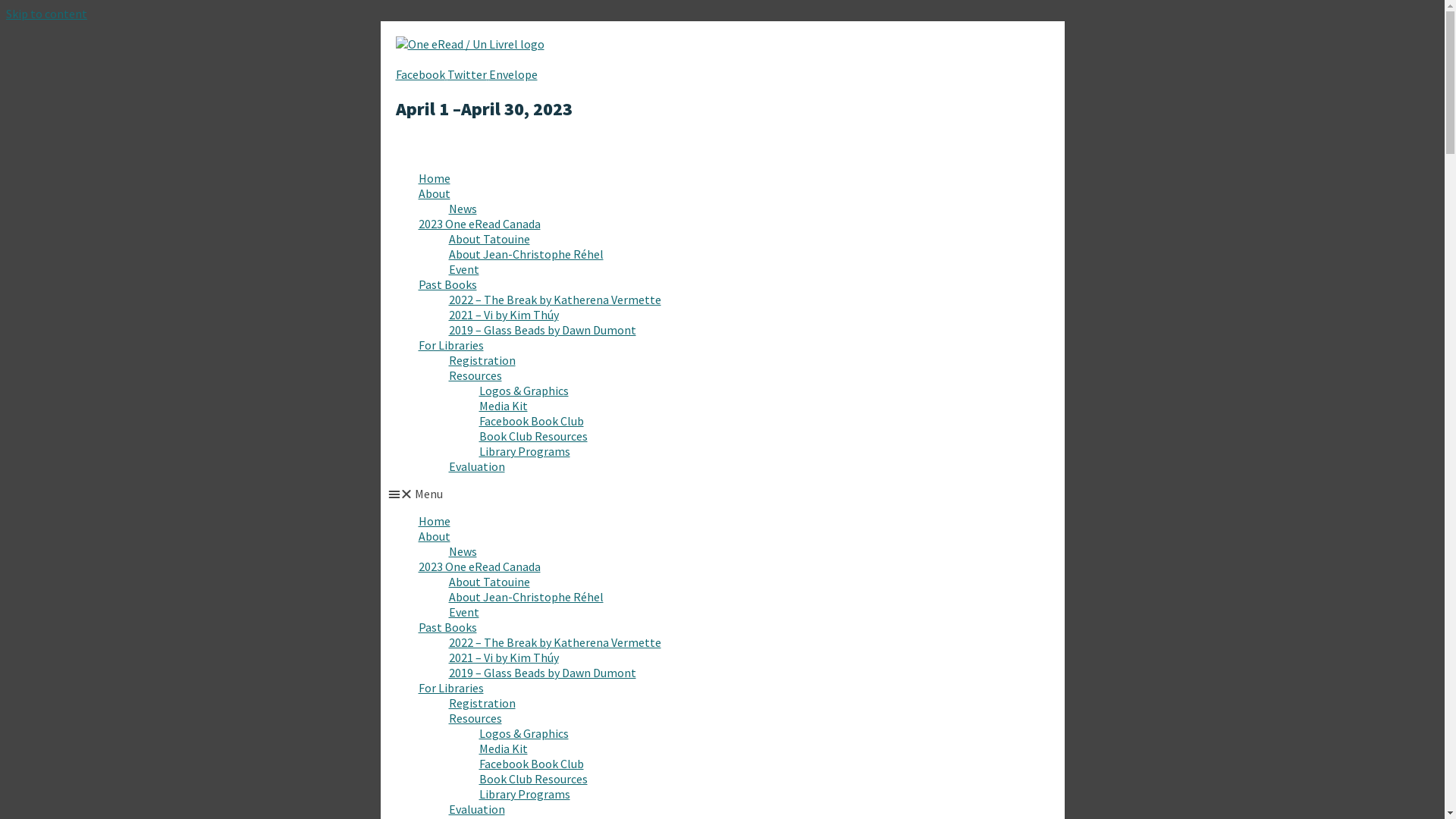 This screenshot has height=819, width=1456. Describe the element at coordinates (489, 239) in the screenshot. I see `'About Tatouine'` at that location.